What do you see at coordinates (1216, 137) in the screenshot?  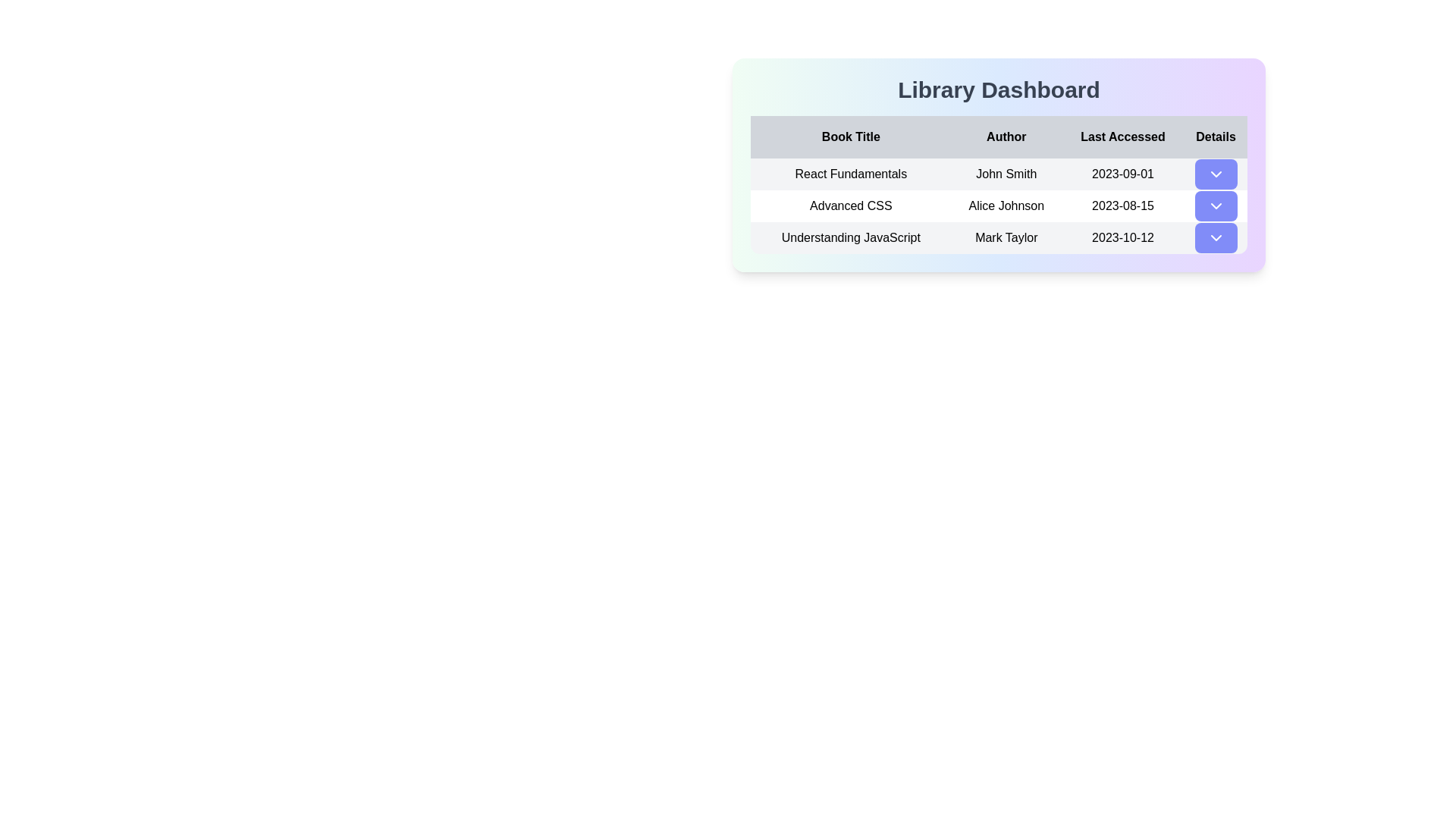 I see `the text label in the rightmost column header of the table, which indicates actions or information for each row, located next to the 'Last Accessed' column` at bounding box center [1216, 137].